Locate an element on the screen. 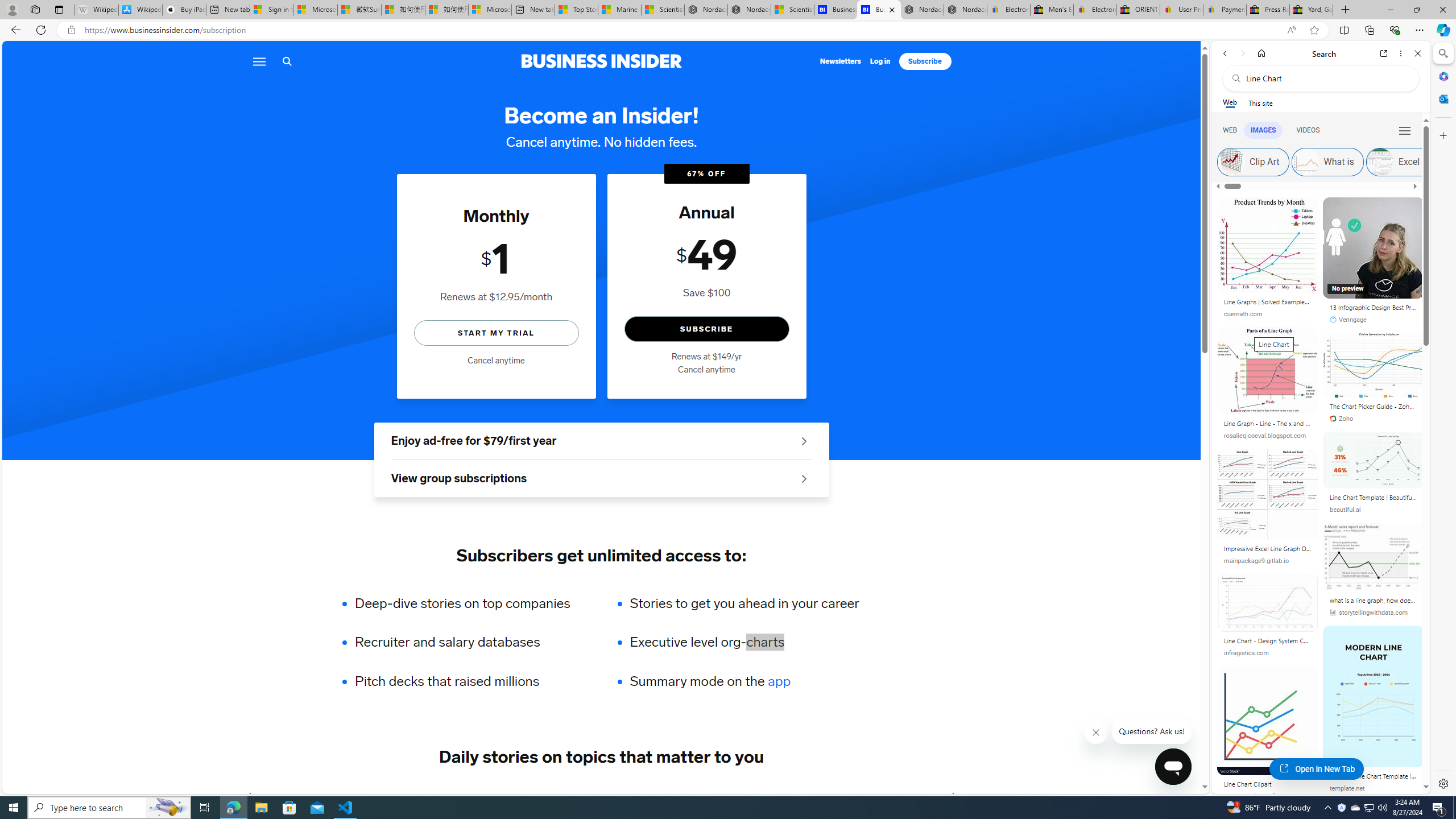 This screenshot has width=1456, height=819. 'Excel Simple' is located at coordinates (1379, 162).